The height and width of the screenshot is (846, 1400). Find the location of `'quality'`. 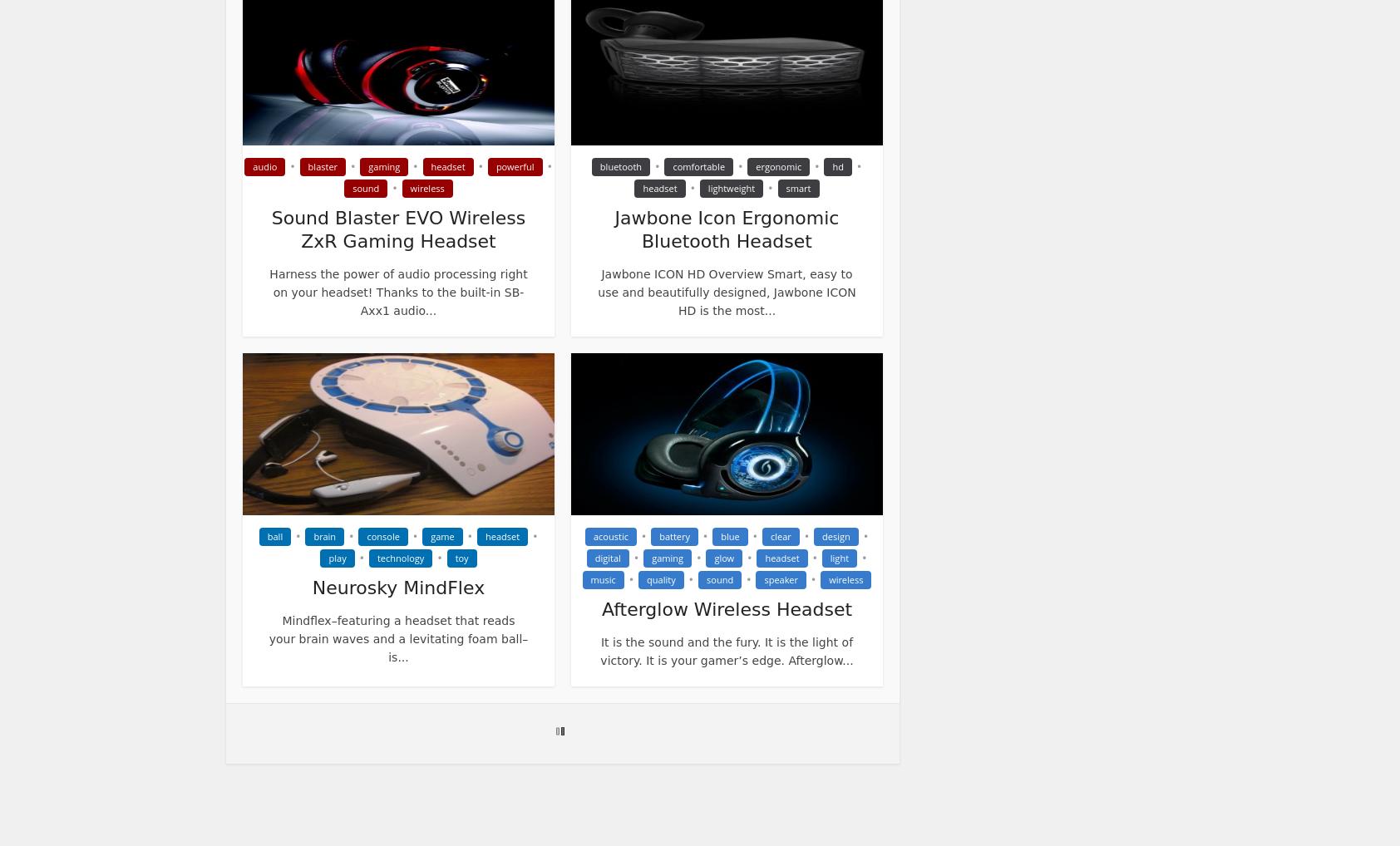

'quality' is located at coordinates (661, 579).